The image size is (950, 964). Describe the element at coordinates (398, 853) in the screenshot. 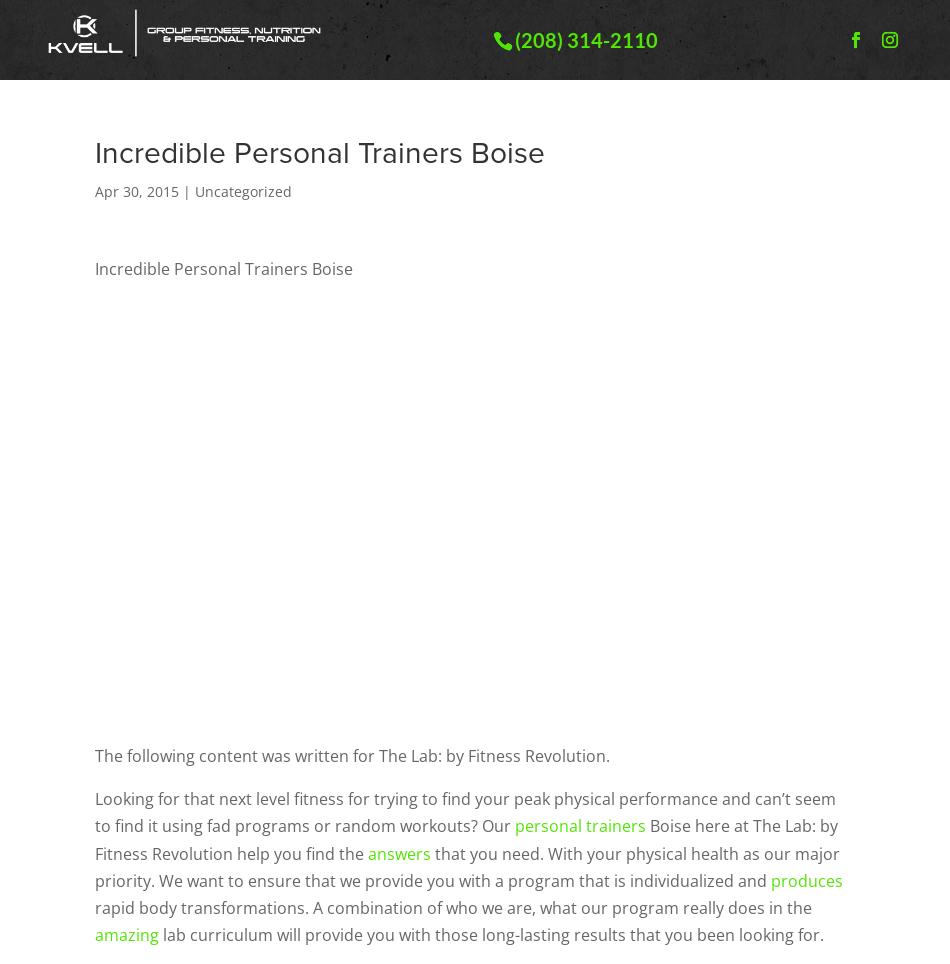

I see `'answers'` at that location.